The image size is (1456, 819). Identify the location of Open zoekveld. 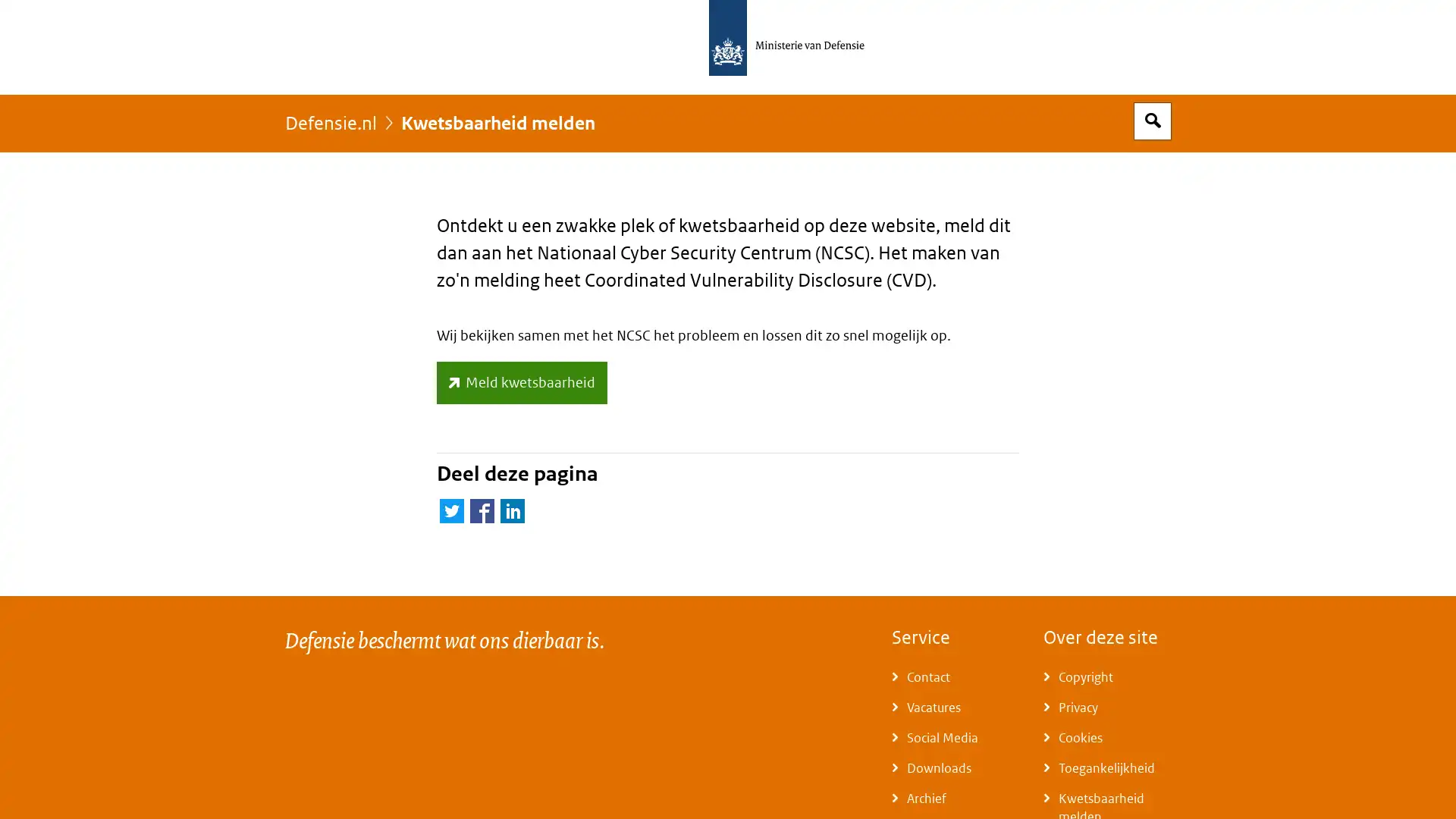
(1153, 120).